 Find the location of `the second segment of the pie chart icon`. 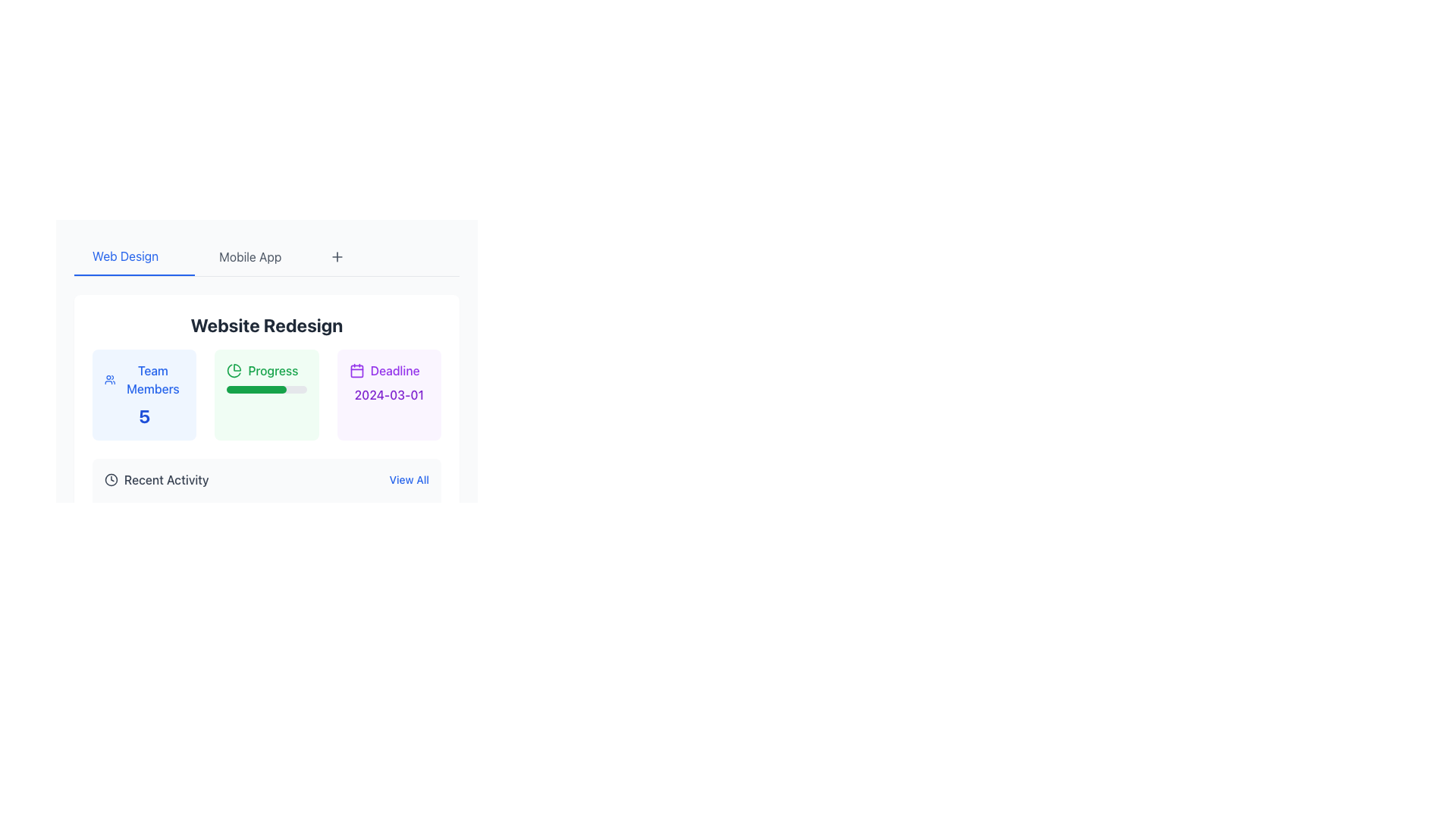

the second segment of the pie chart icon is located at coordinates (233, 371).